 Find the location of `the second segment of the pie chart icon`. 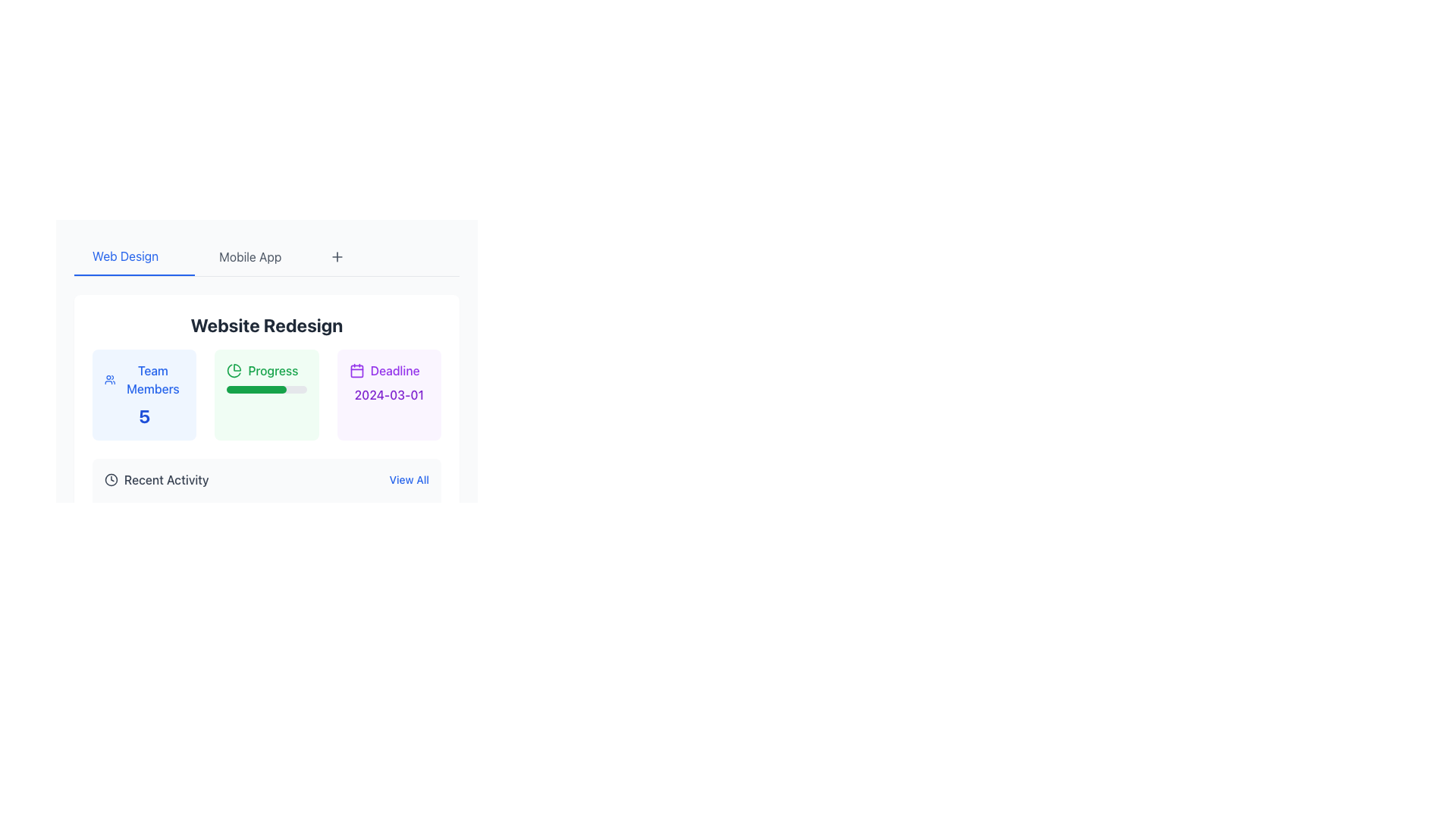

the second segment of the pie chart icon is located at coordinates (233, 371).